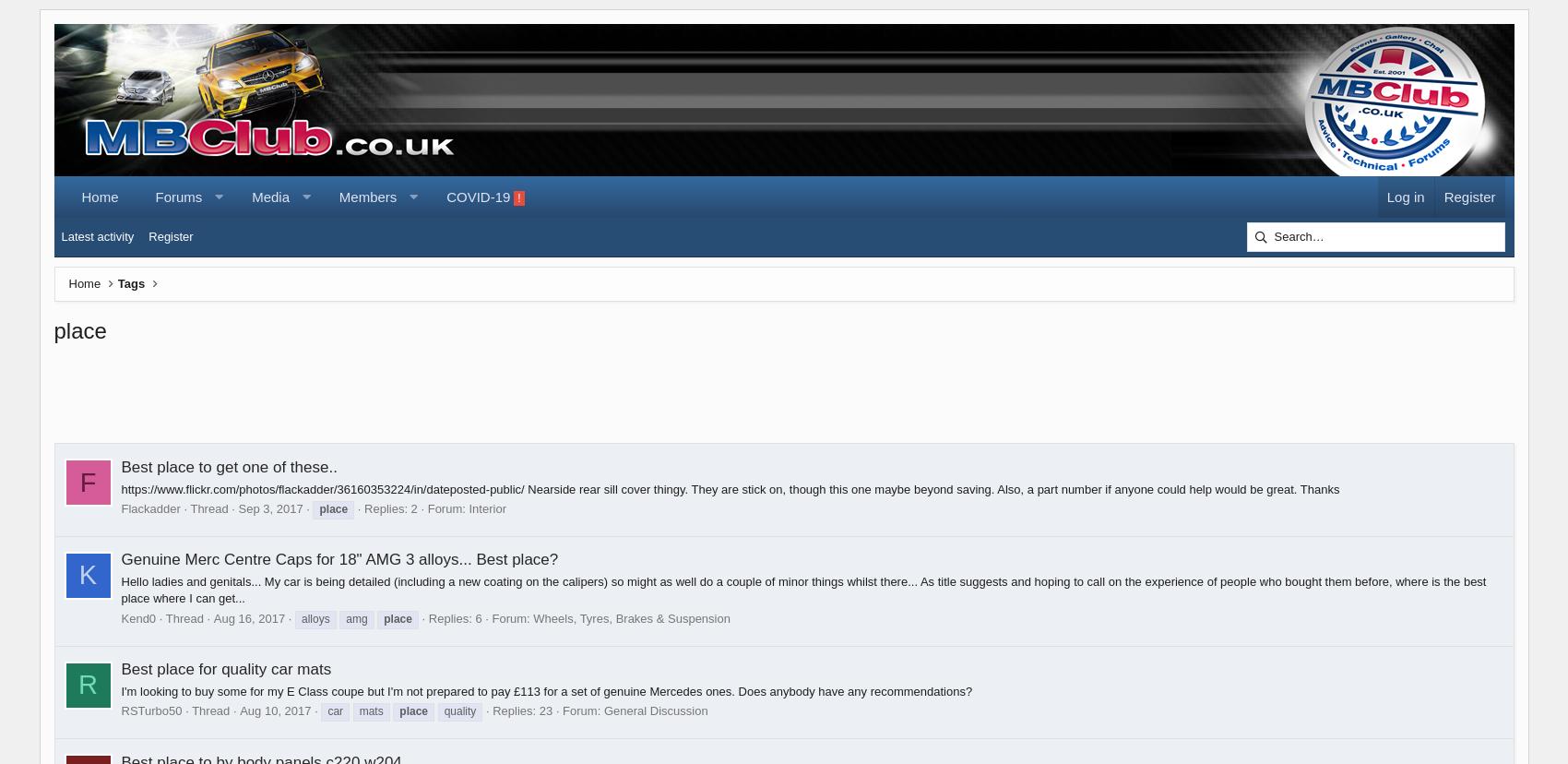 The image size is (1568, 764). What do you see at coordinates (270, 507) in the screenshot?
I see `'Sep 3, 2017'` at bounding box center [270, 507].